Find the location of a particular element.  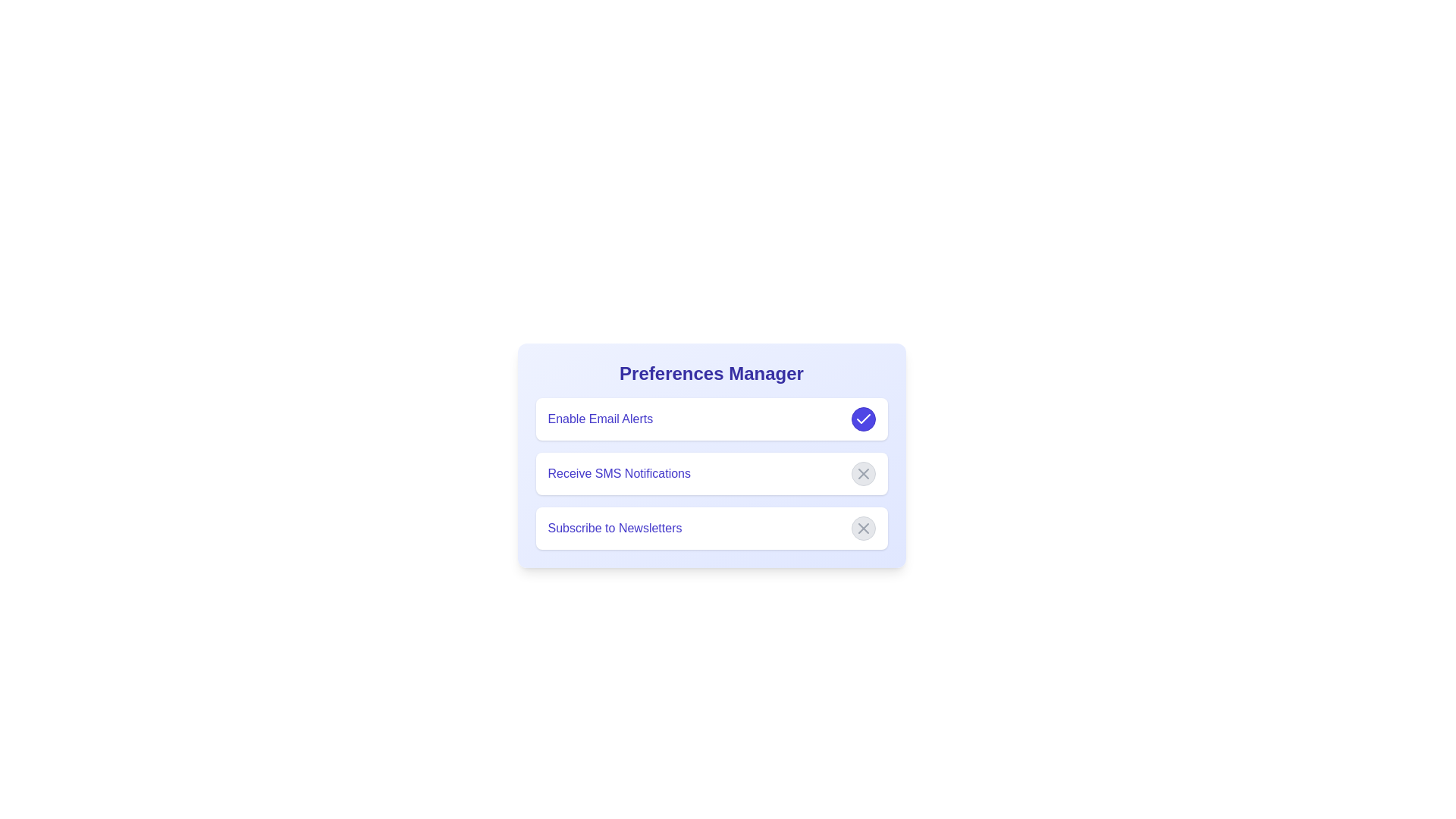

the small circular button with a gray 'X' symbol located next to the 'Receive SMS Notifications' text is located at coordinates (863, 472).